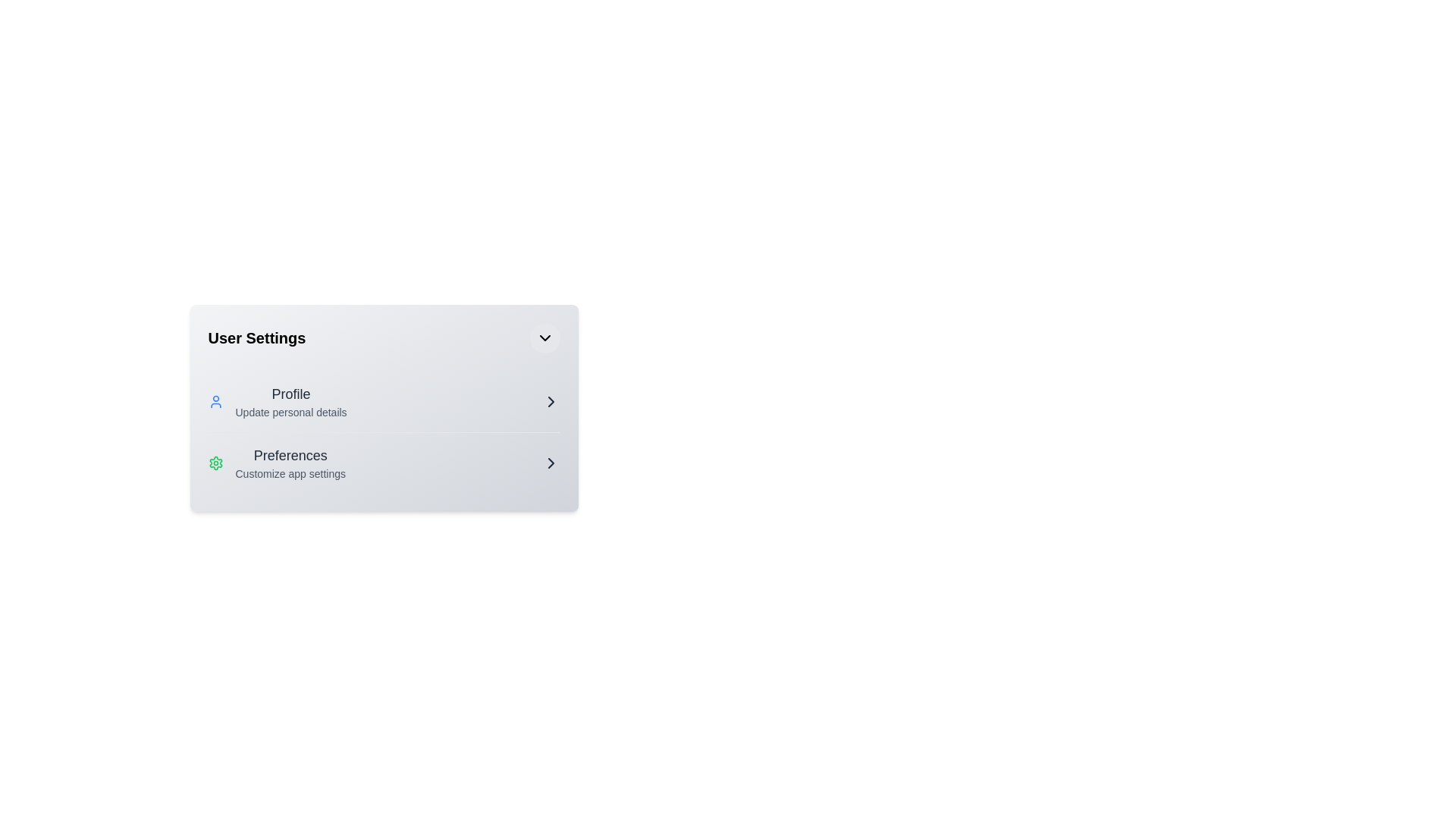 This screenshot has width=1456, height=819. What do you see at coordinates (291, 412) in the screenshot?
I see `the static text label displaying 'Update personal details' located under the 'Profile' text in the user settings menu` at bounding box center [291, 412].